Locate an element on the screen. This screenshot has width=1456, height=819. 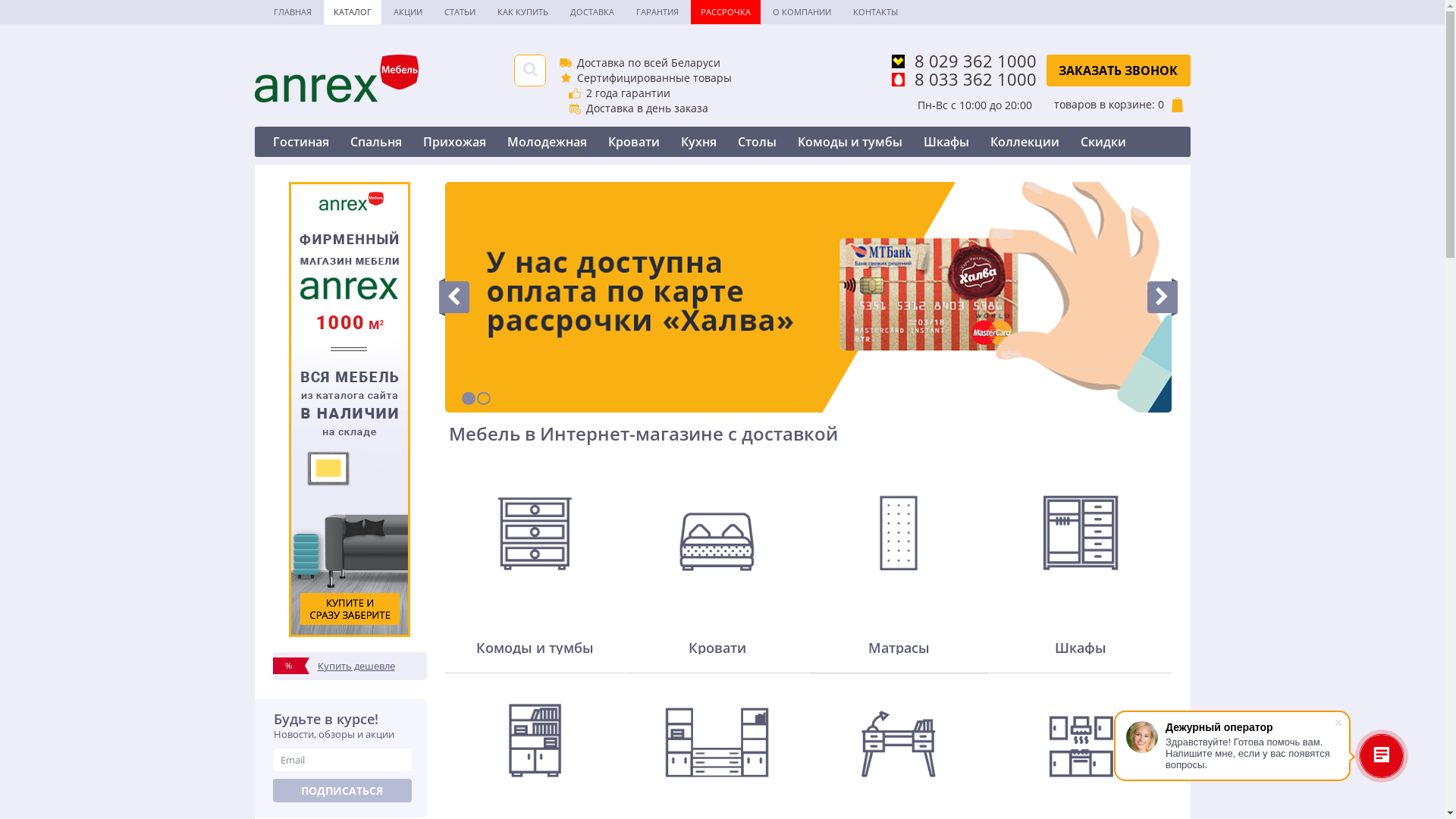
'1' is located at coordinates (460, 397).